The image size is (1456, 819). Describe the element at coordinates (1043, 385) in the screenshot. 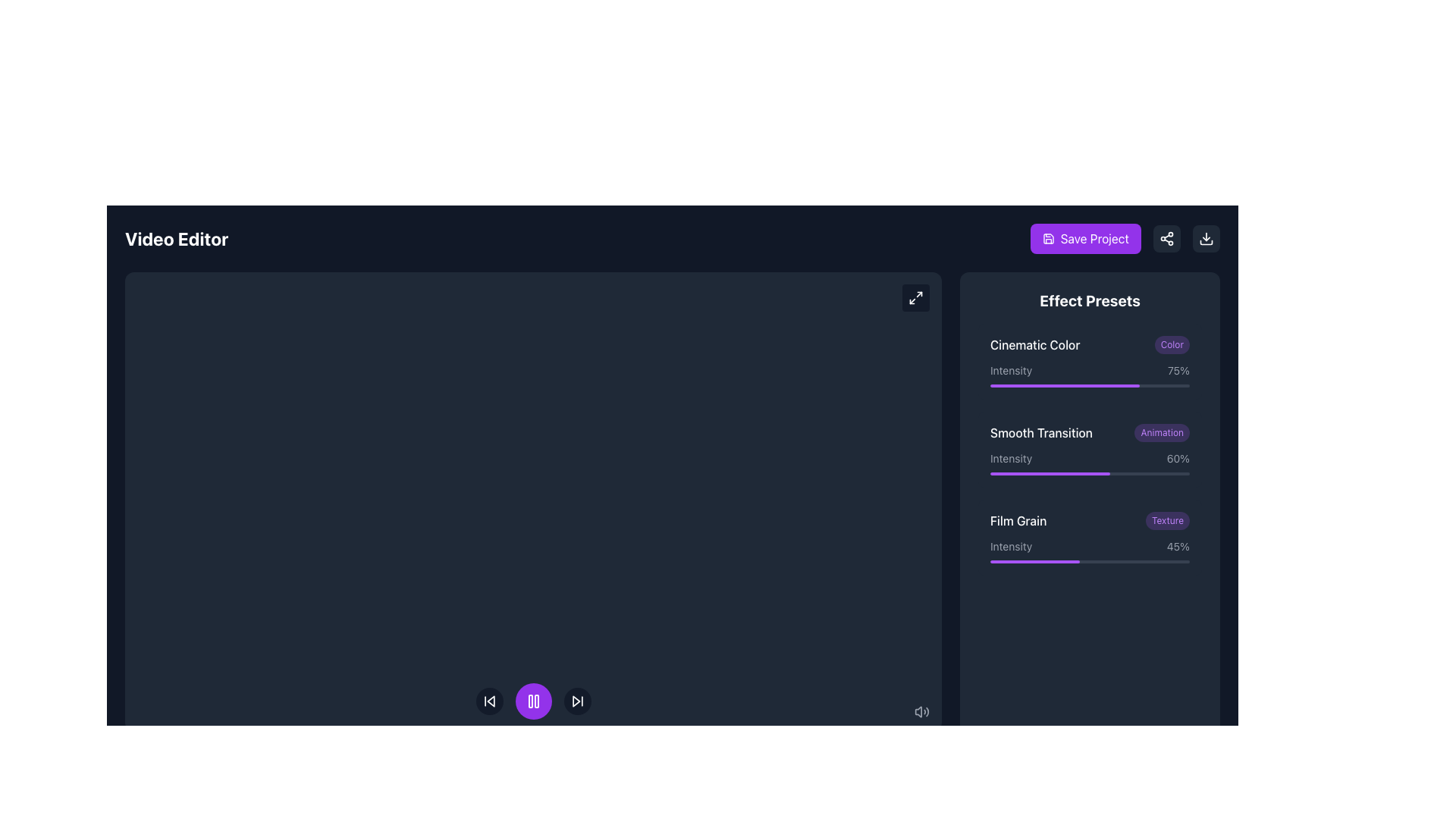

I see `Cinematic Color Intensity` at that location.